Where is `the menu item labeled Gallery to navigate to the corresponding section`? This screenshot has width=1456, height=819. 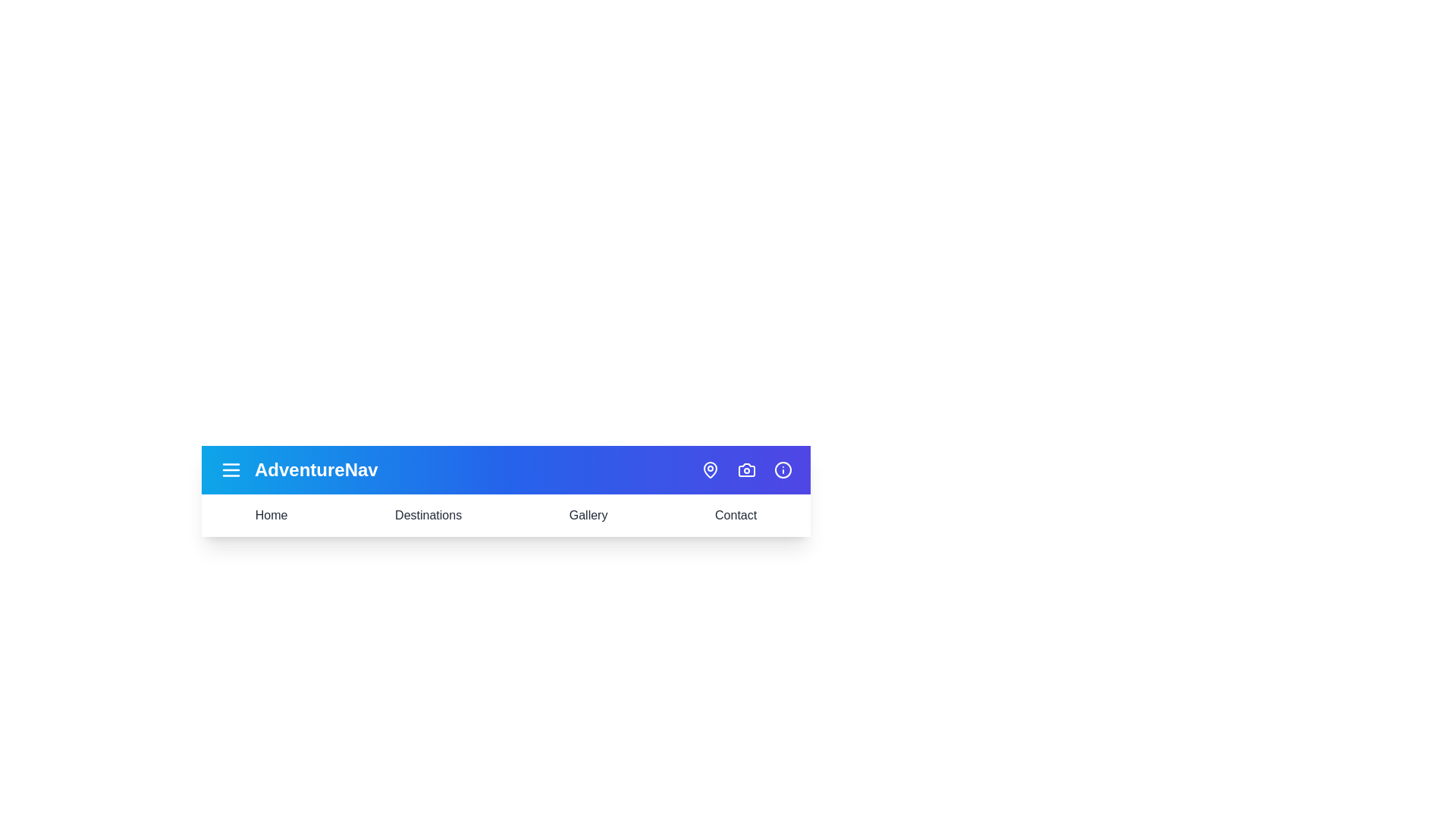 the menu item labeled Gallery to navigate to the corresponding section is located at coordinates (588, 514).